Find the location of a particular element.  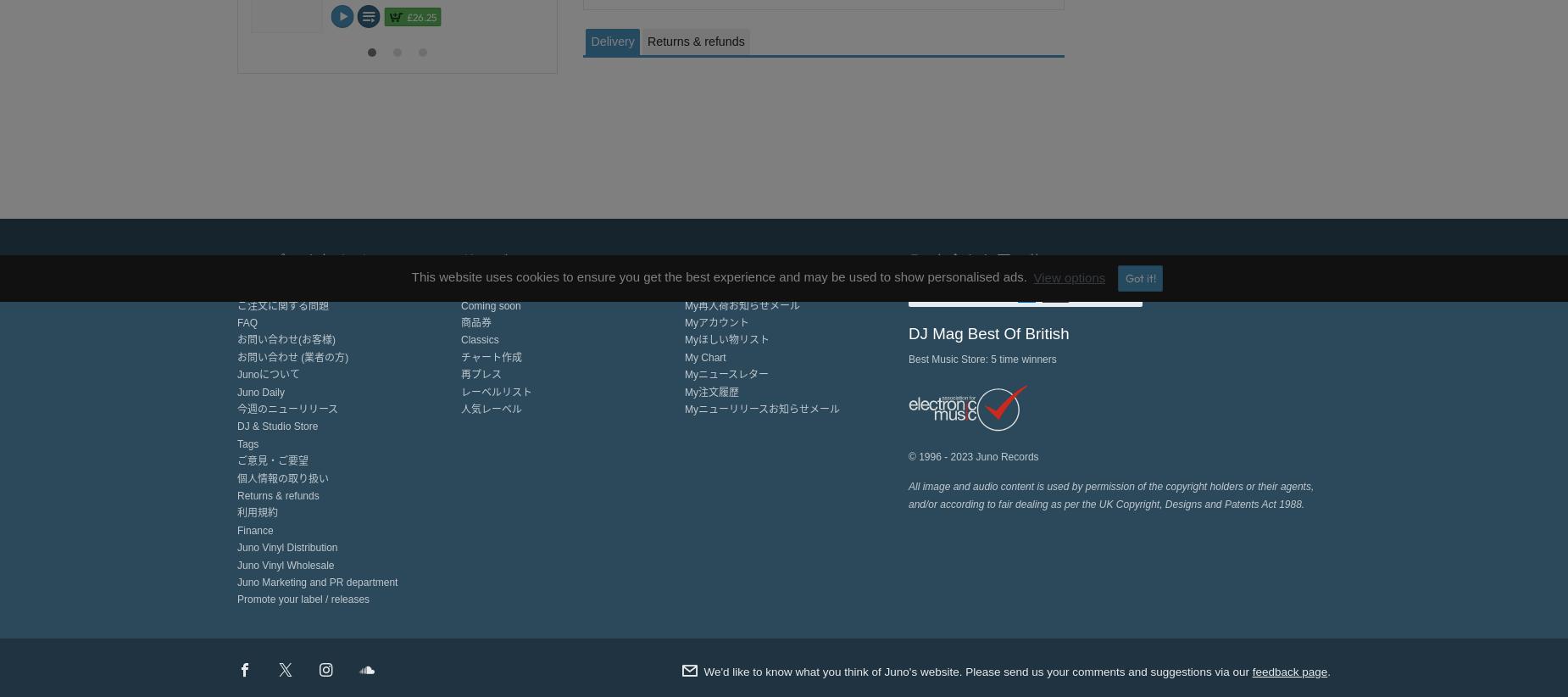

'お問い合わせ (業者の方)' is located at coordinates (292, 356).